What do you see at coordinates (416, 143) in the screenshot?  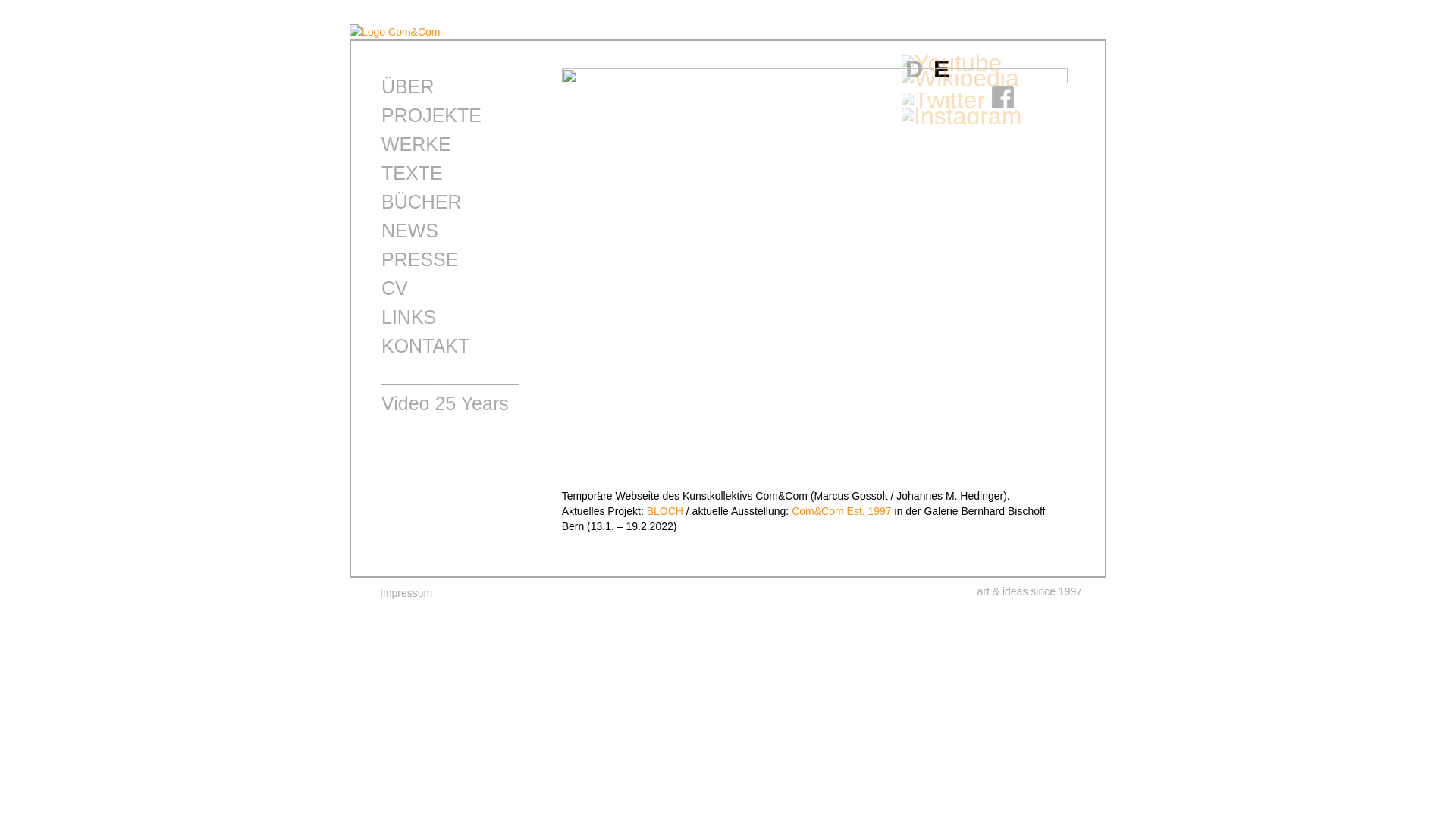 I see `'WERKE'` at bounding box center [416, 143].